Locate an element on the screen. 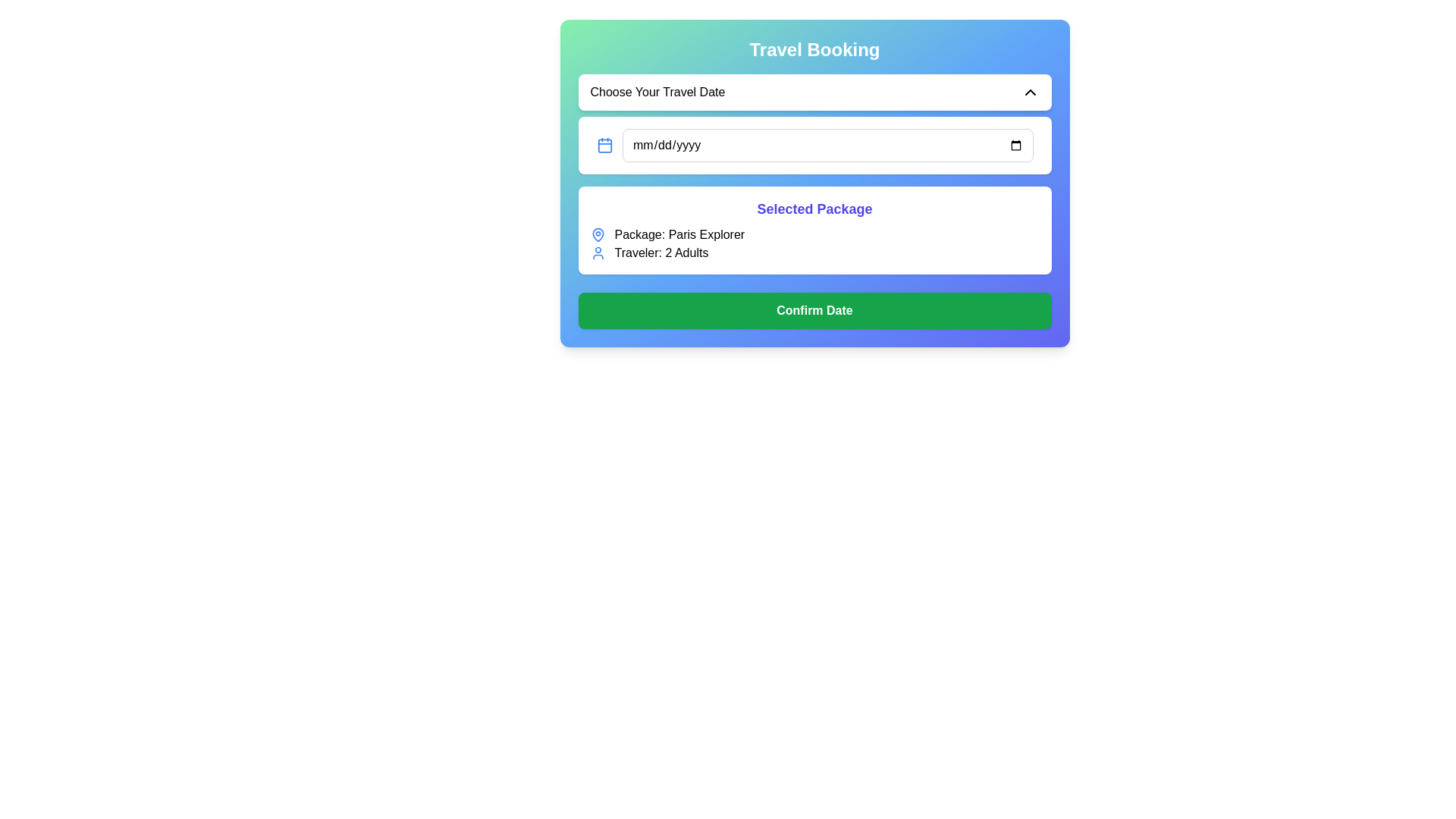 The width and height of the screenshot is (1456, 819). the decorative SVG icon indicating 'location' or 'selected item' representation for the 'Package: Paris Explorer' in the travel booking interface under the 'Selected Package' section is located at coordinates (597, 234).